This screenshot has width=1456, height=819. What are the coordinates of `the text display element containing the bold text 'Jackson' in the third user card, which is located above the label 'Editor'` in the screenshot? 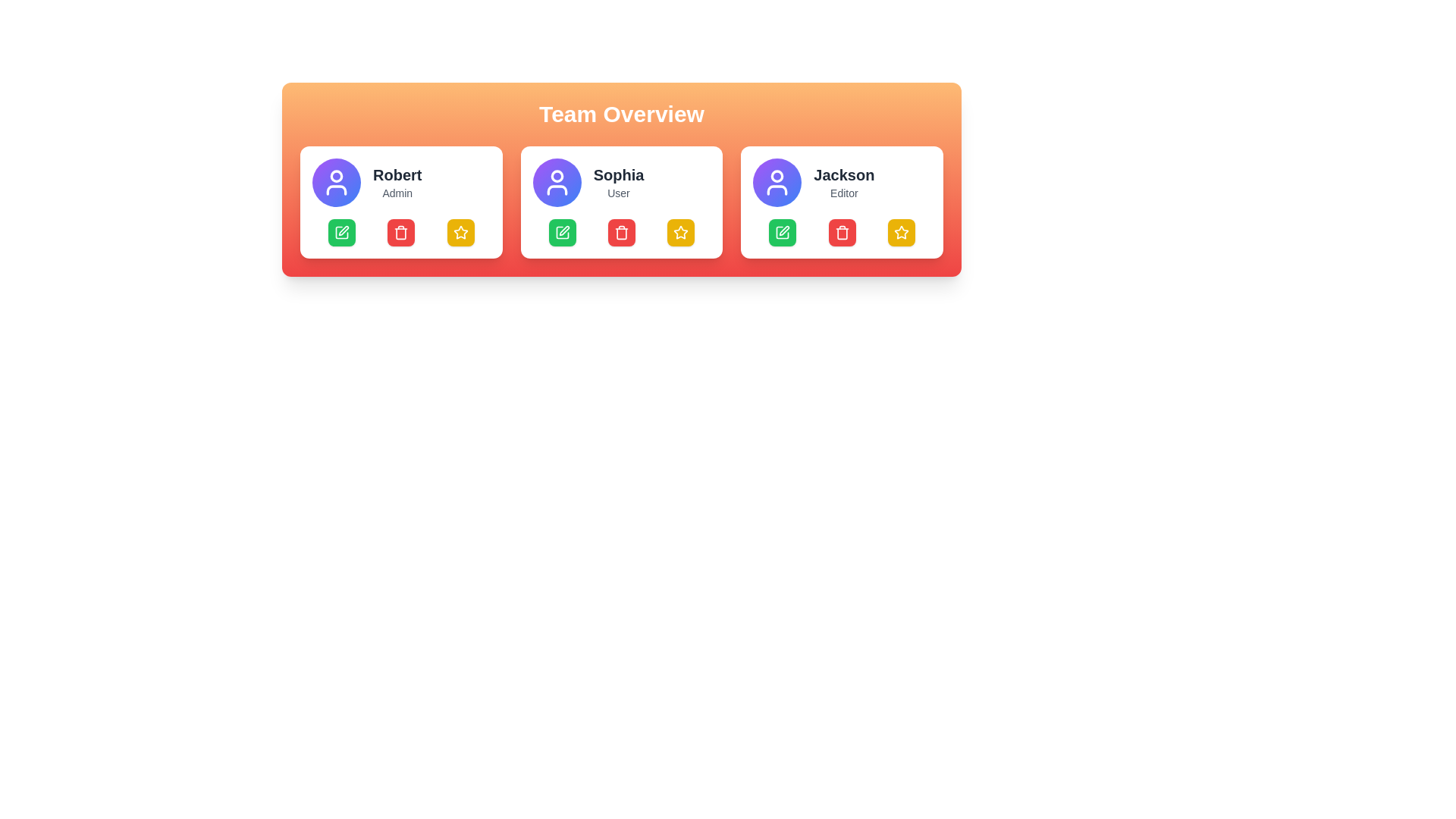 It's located at (843, 174).